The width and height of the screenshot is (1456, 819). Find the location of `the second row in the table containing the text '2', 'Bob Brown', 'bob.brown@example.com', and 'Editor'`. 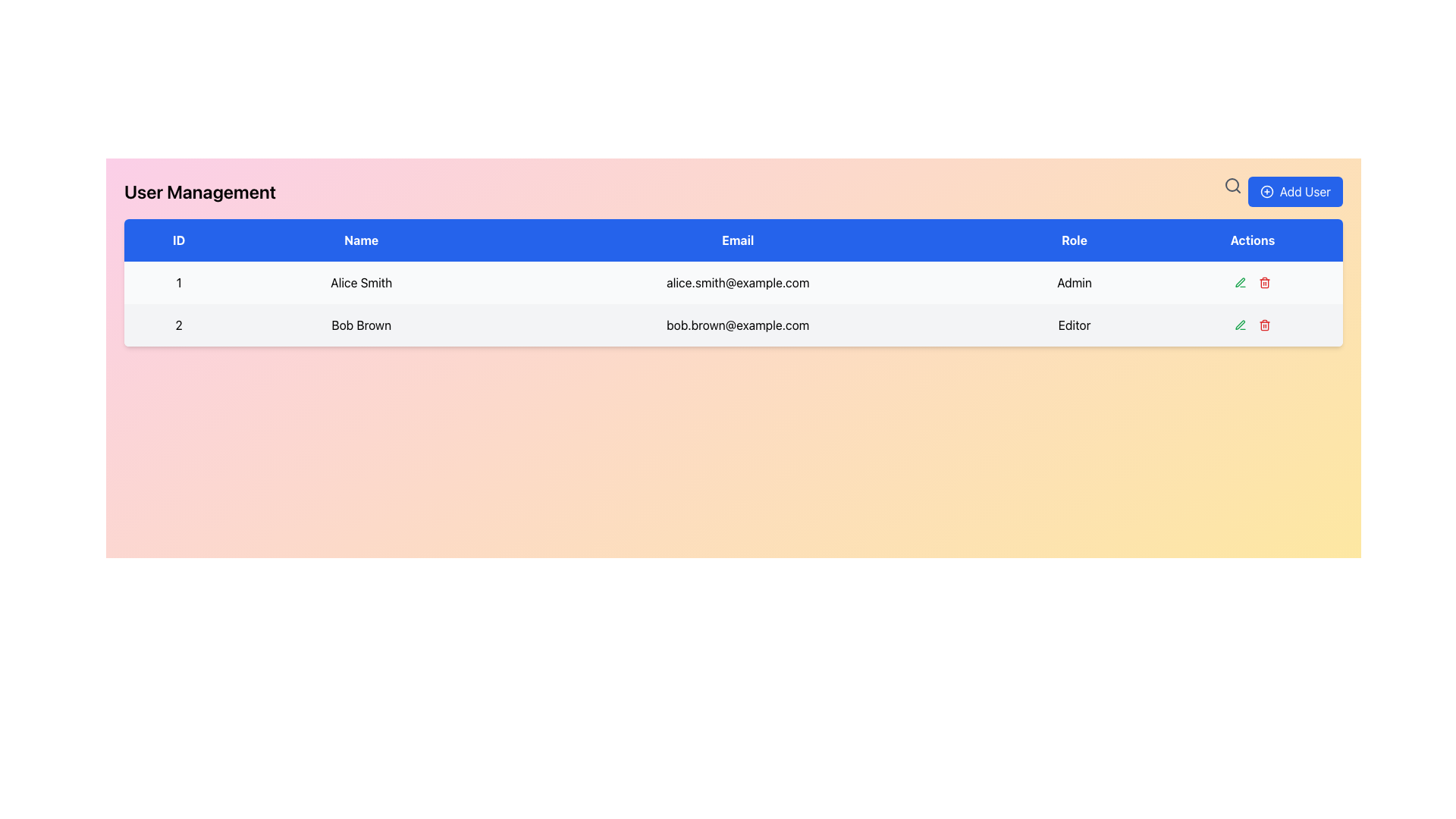

the second row in the table containing the text '2', 'Bob Brown', 'bob.brown@example.com', and 'Editor' is located at coordinates (733, 324).